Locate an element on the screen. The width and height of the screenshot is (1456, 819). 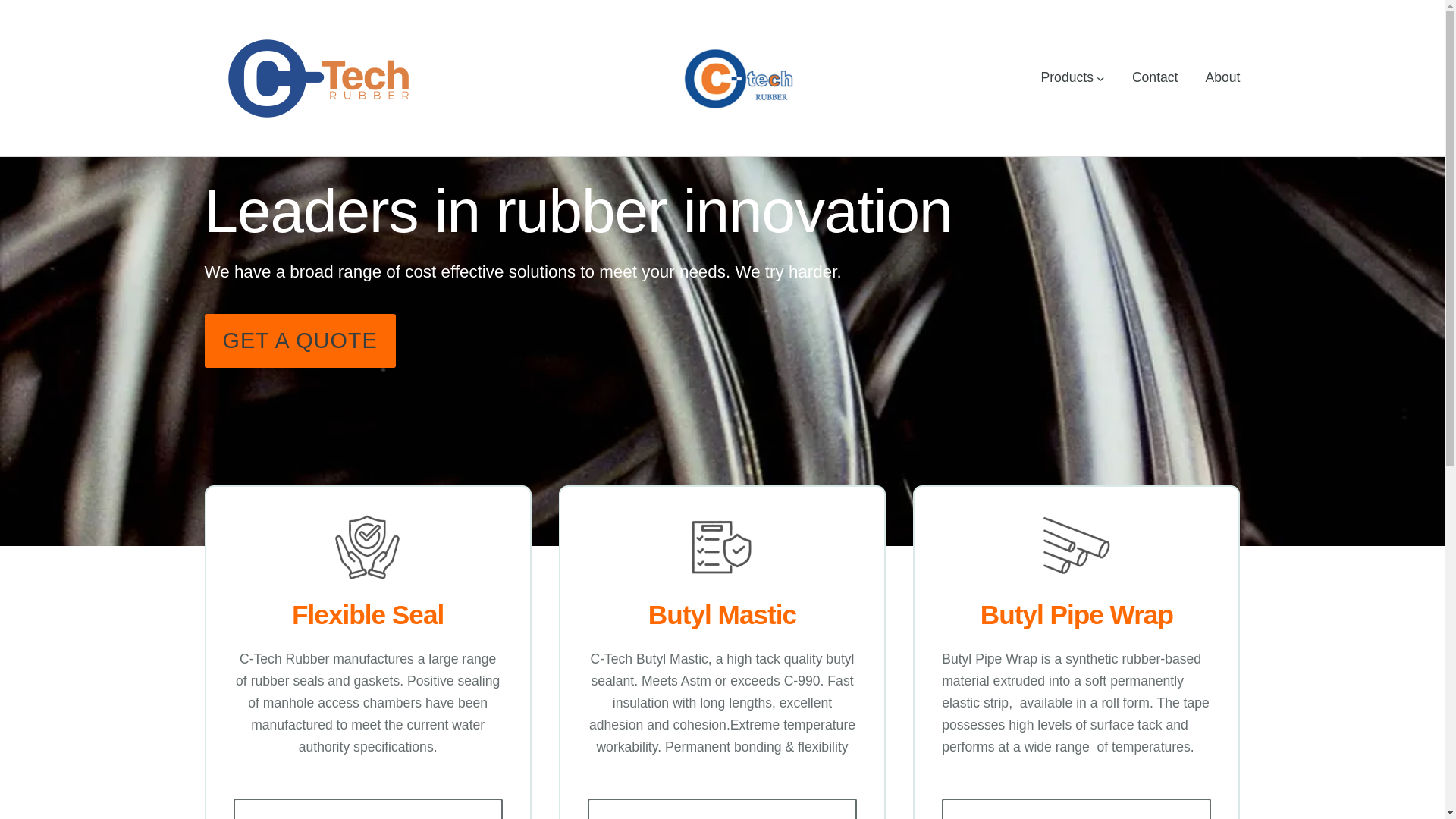
'GET A QUOTE' is located at coordinates (300, 341).